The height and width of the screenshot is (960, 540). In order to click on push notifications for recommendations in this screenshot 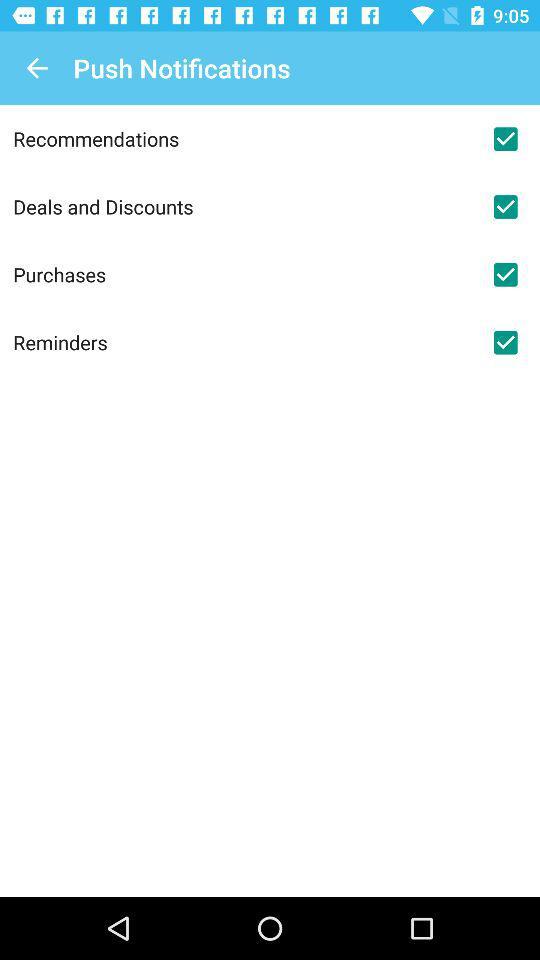, I will do `click(504, 138)`.